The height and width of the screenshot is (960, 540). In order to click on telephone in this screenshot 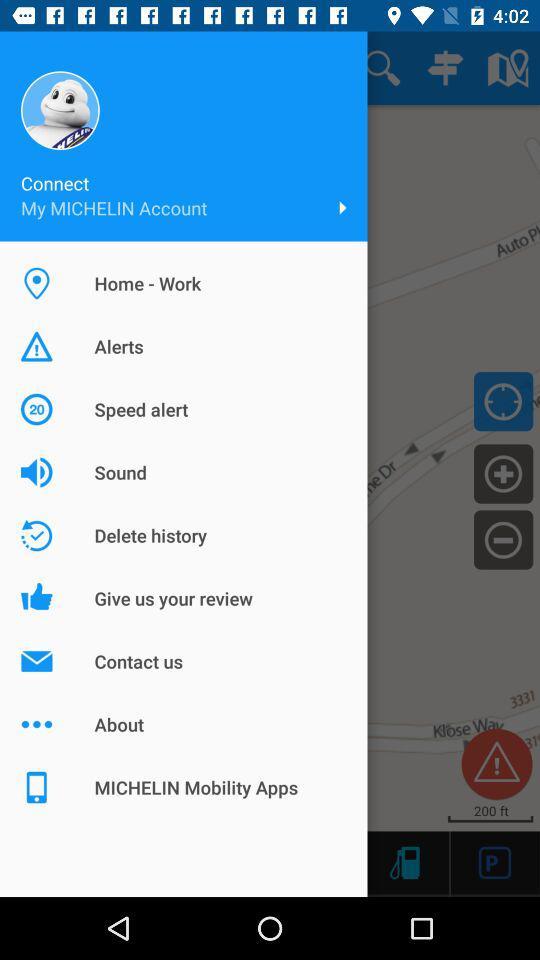, I will do `click(404, 861)`.